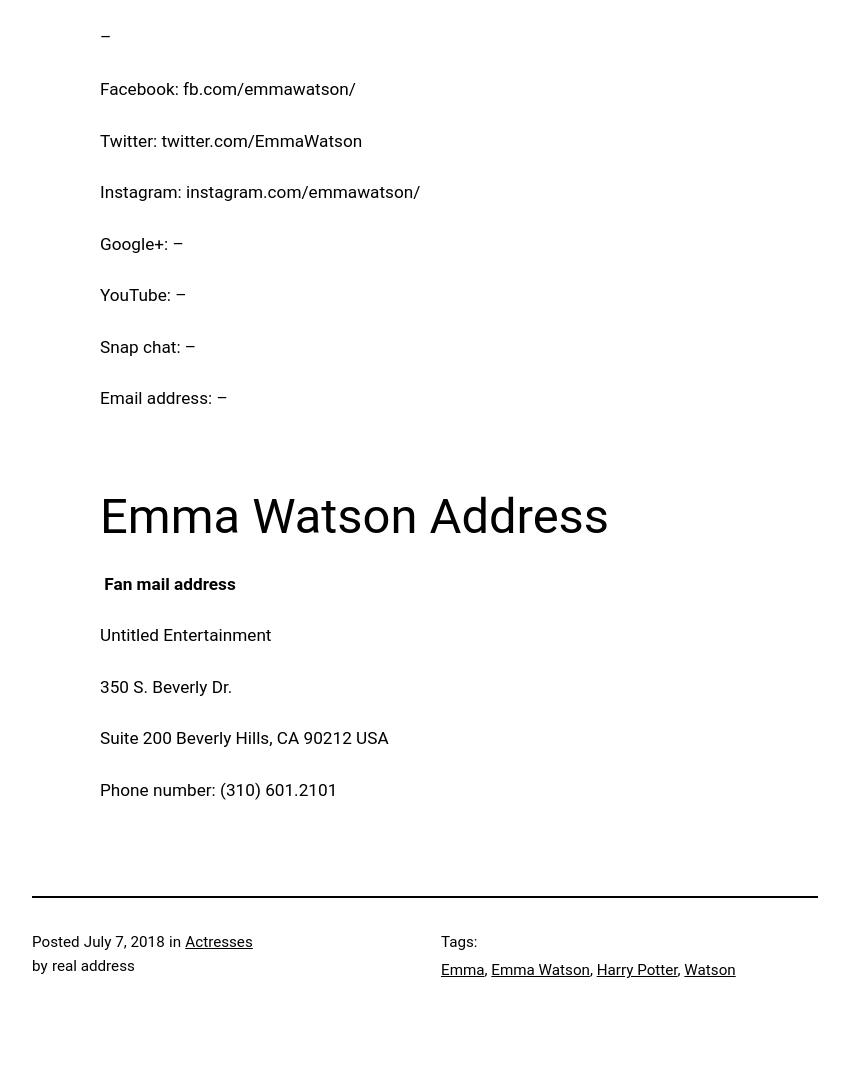 The height and width of the screenshot is (1074, 850). Describe the element at coordinates (147, 345) in the screenshot. I see `'Snap chat: –'` at that location.